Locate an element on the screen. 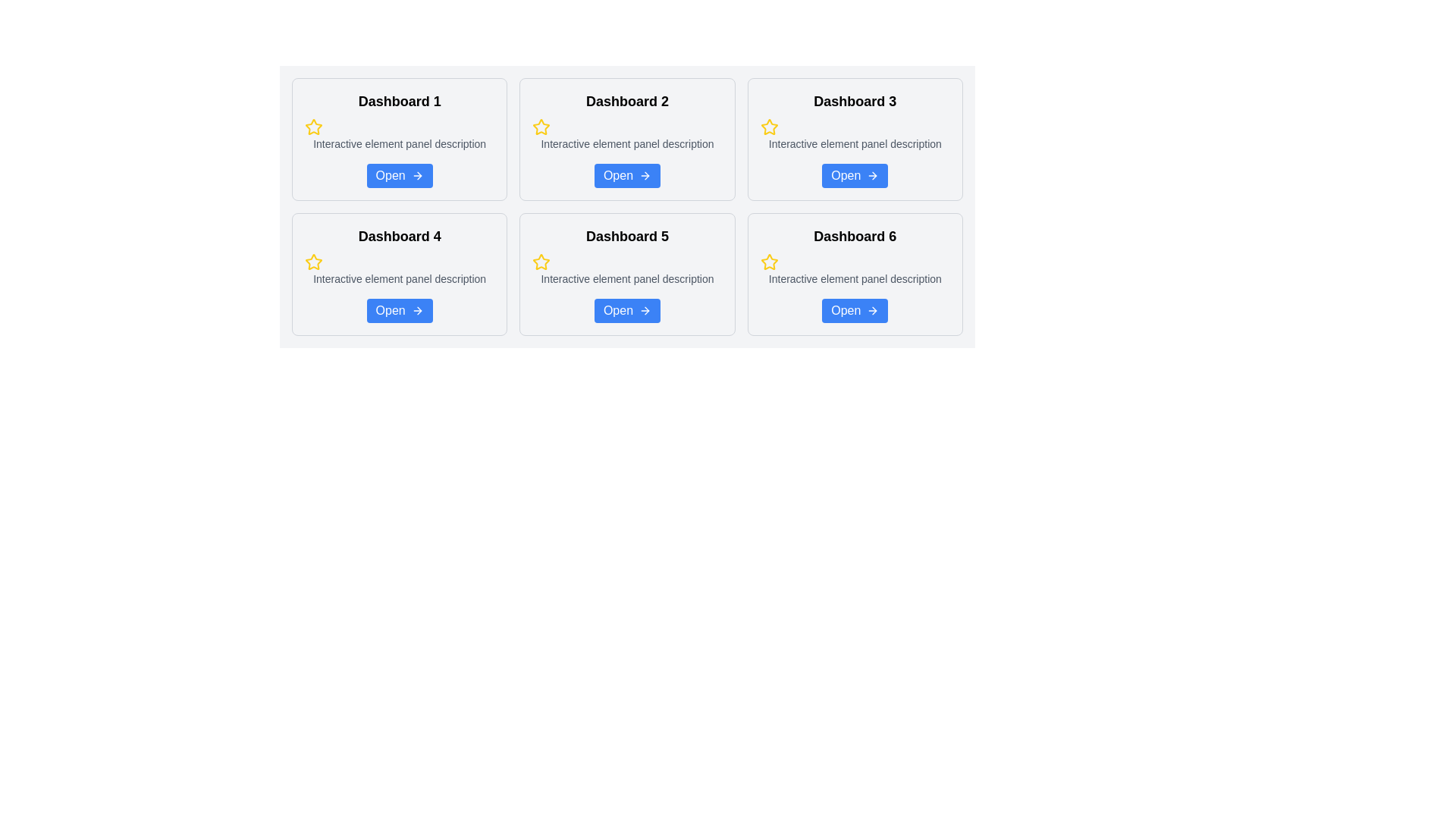 The width and height of the screenshot is (1456, 819). the 'Open' button with a rounded, blue background located on the first card of the grid layout in 'Dashboard 1' is located at coordinates (400, 174).